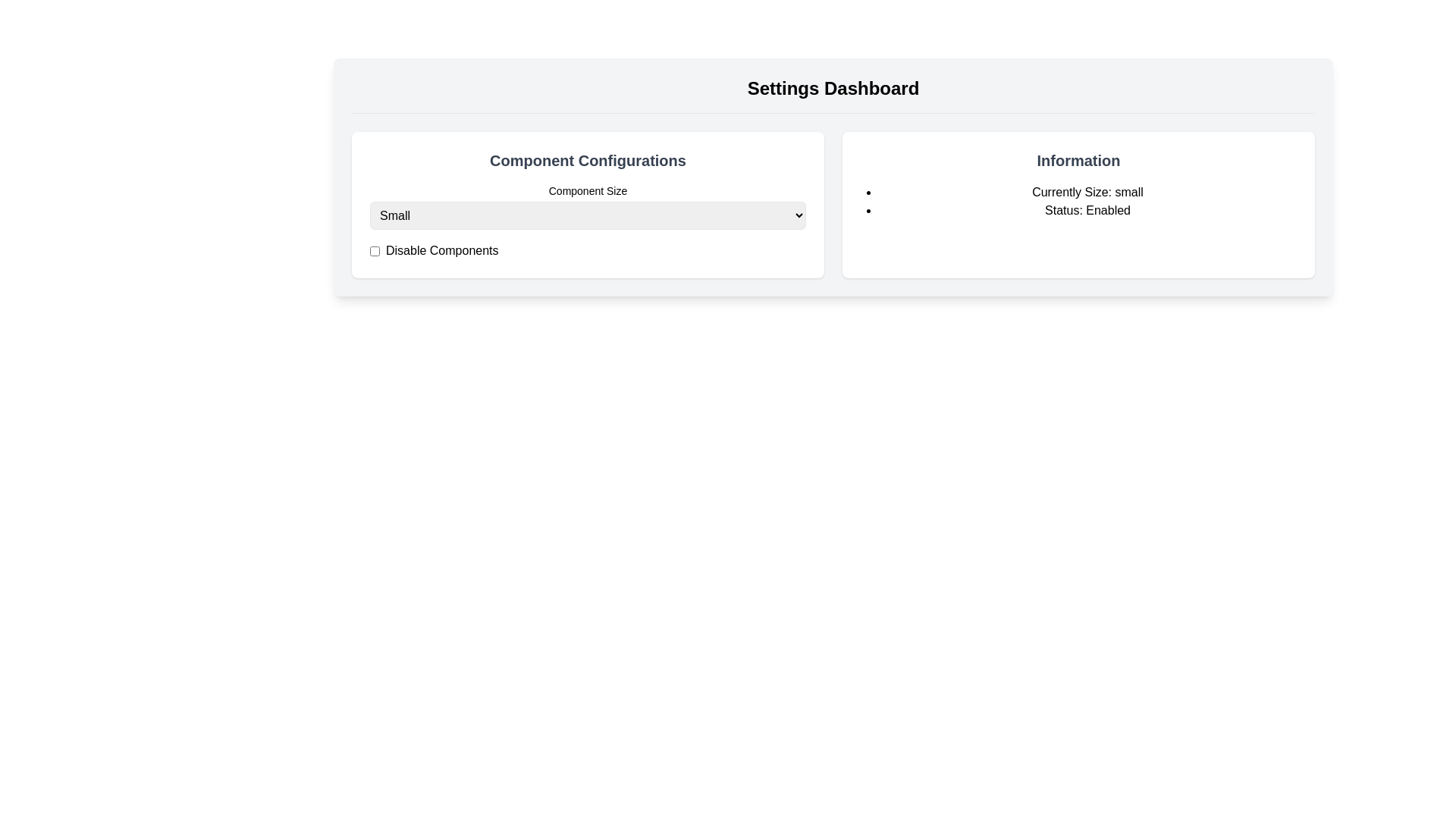 The width and height of the screenshot is (1456, 819). Describe the element at coordinates (587, 190) in the screenshot. I see `the descriptive label located in the 'Component Configurations' section, positioned directly above the dropdown menu for size options` at that location.